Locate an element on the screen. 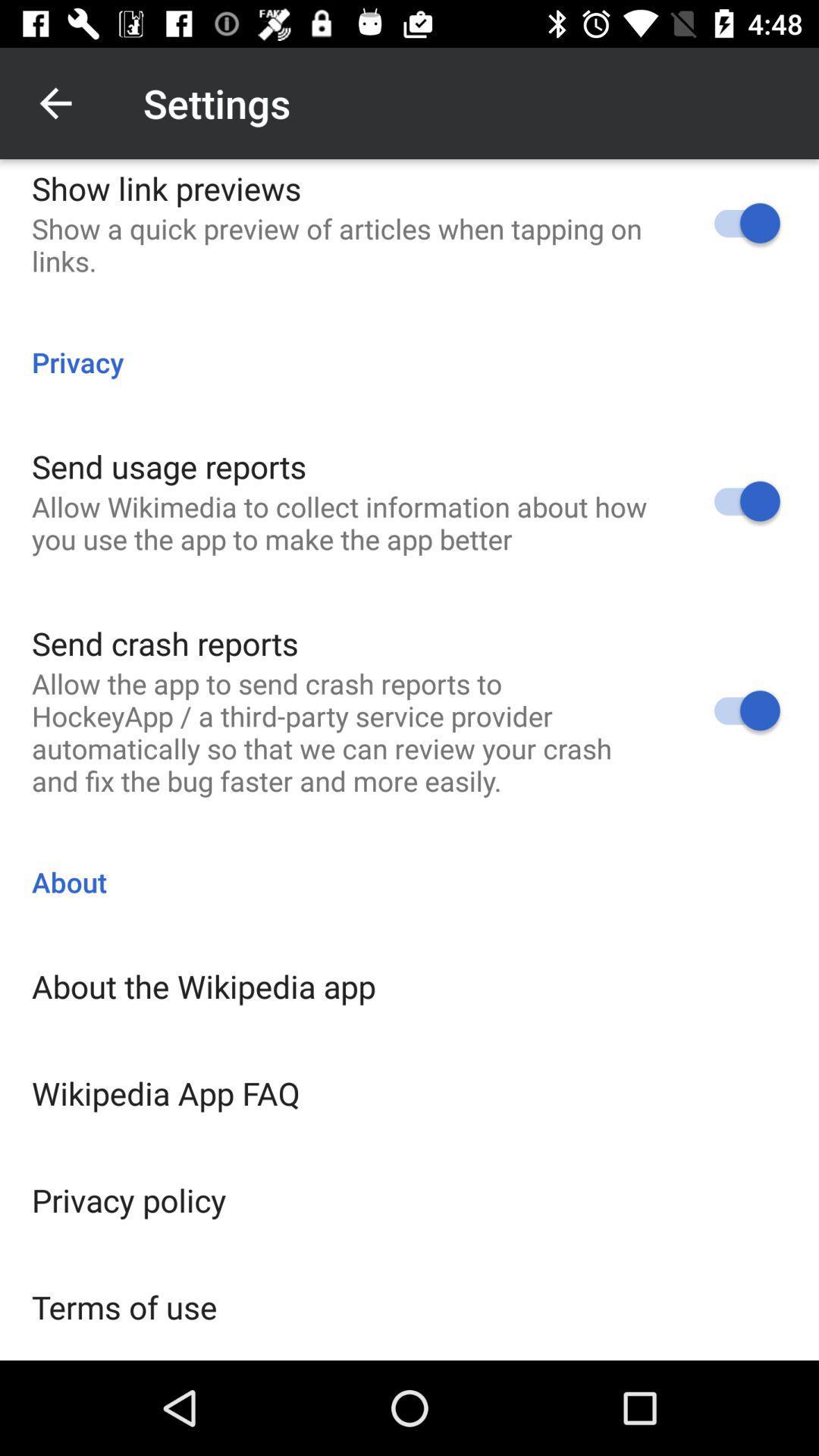  item to the left of settings is located at coordinates (55, 102).